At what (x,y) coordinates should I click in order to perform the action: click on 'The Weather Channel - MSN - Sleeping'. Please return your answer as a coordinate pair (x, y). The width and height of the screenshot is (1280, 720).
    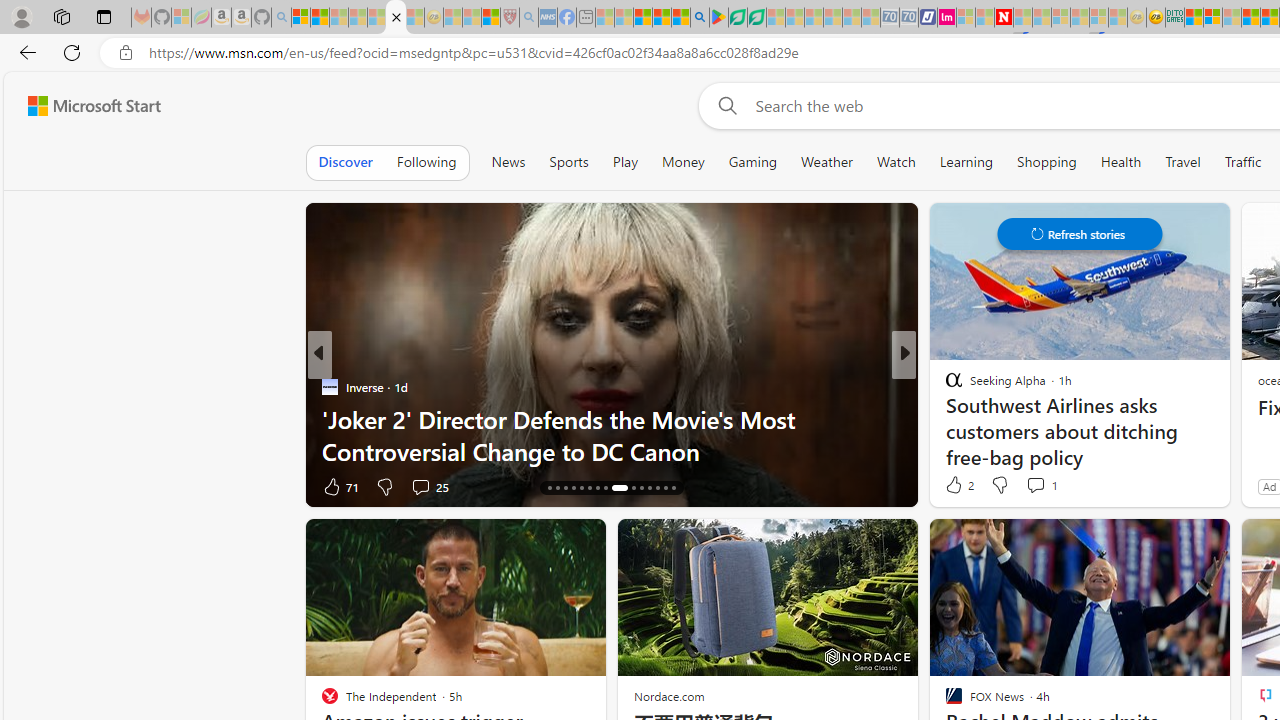
    Looking at the image, I should click on (339, 17).